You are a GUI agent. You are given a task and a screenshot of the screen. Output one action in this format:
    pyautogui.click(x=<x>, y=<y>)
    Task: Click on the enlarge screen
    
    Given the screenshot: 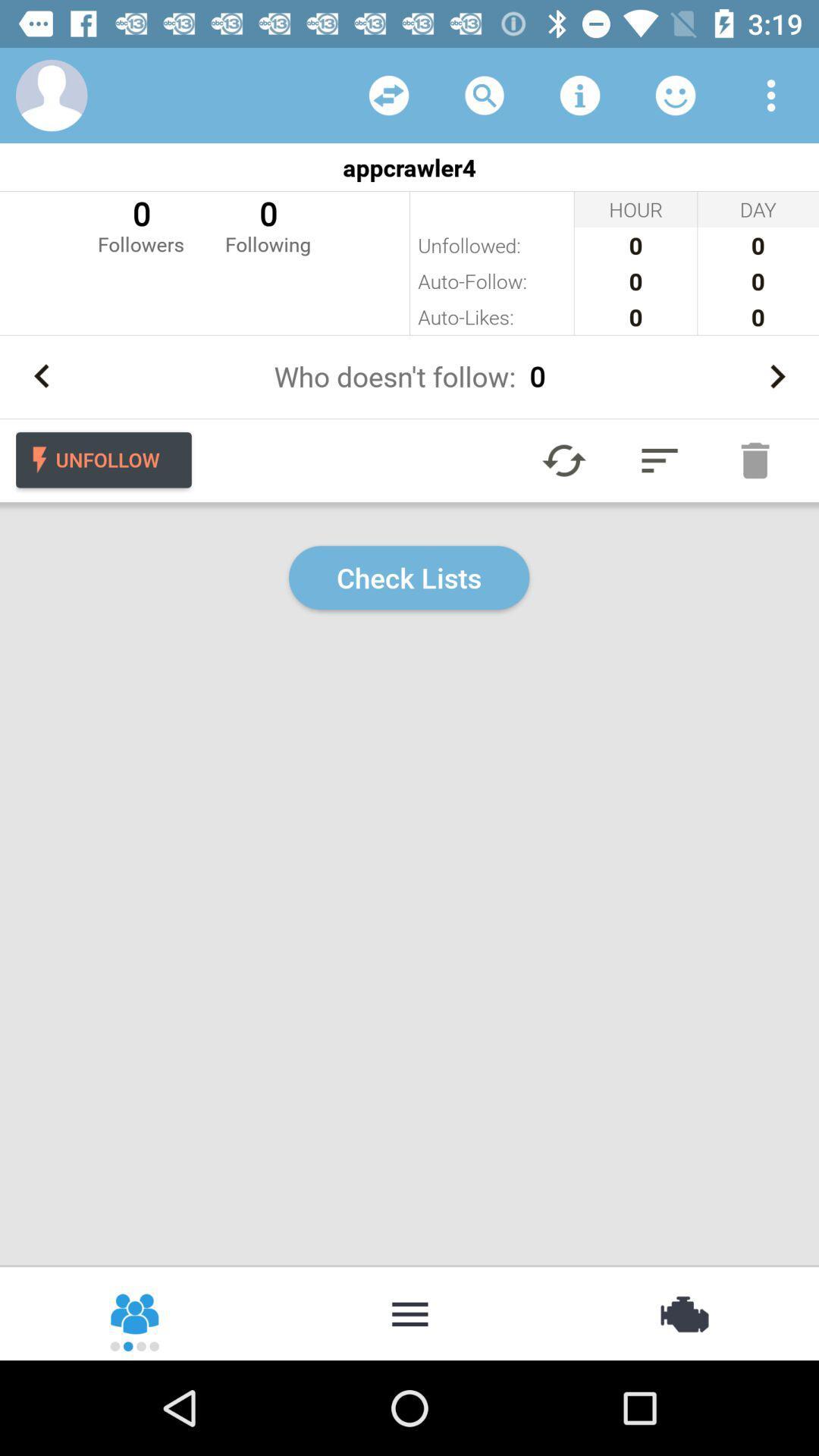 What is the action you would take?
    pyautogui.click(x=659, y=460)
    